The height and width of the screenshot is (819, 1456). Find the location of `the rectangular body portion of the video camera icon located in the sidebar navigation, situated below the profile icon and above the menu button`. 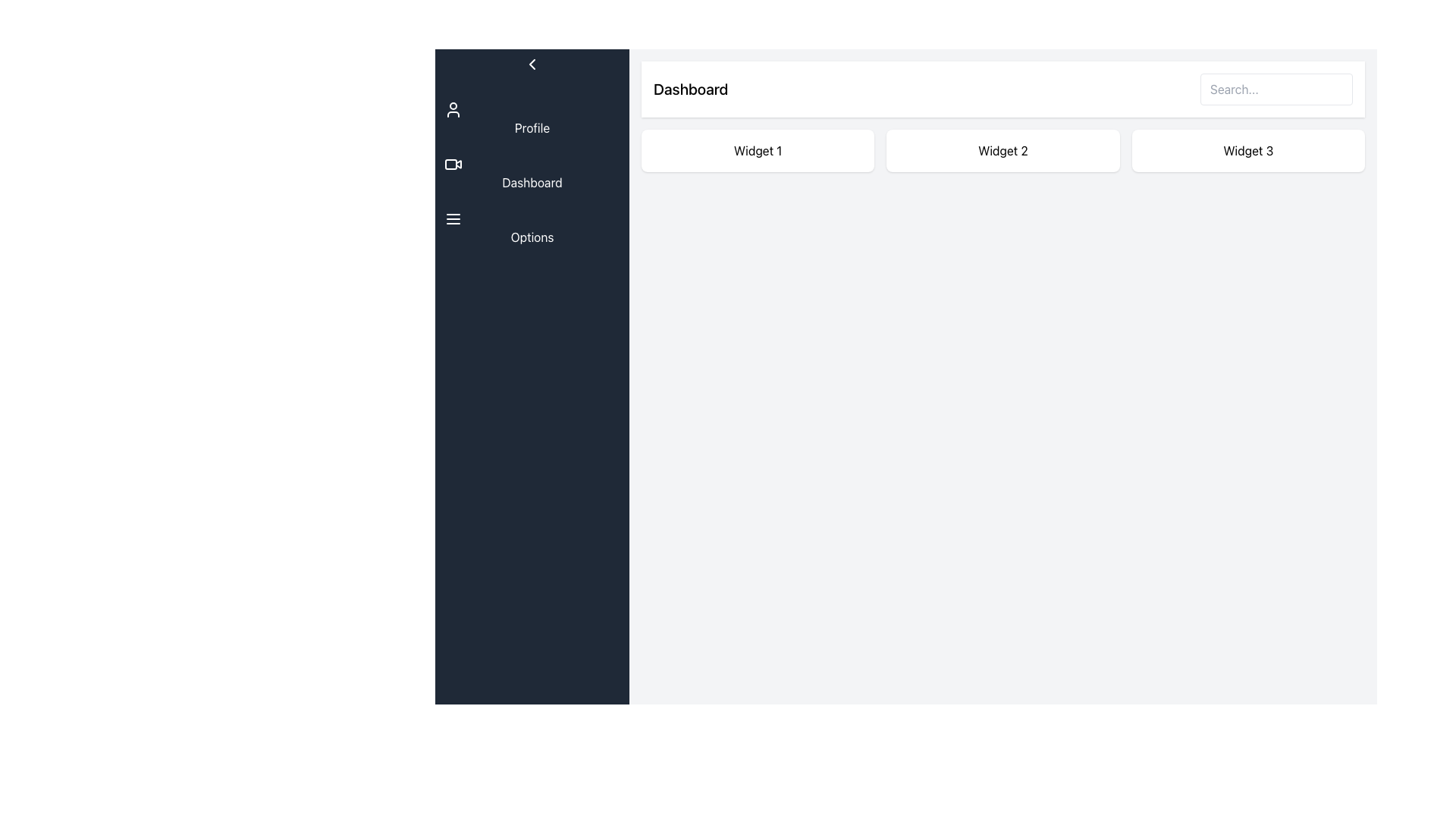

the rectangular body portion of the video camera icon located in the sidebar navigation, situated below the profile icon and above the menu button is located at coordinates (450, 164).